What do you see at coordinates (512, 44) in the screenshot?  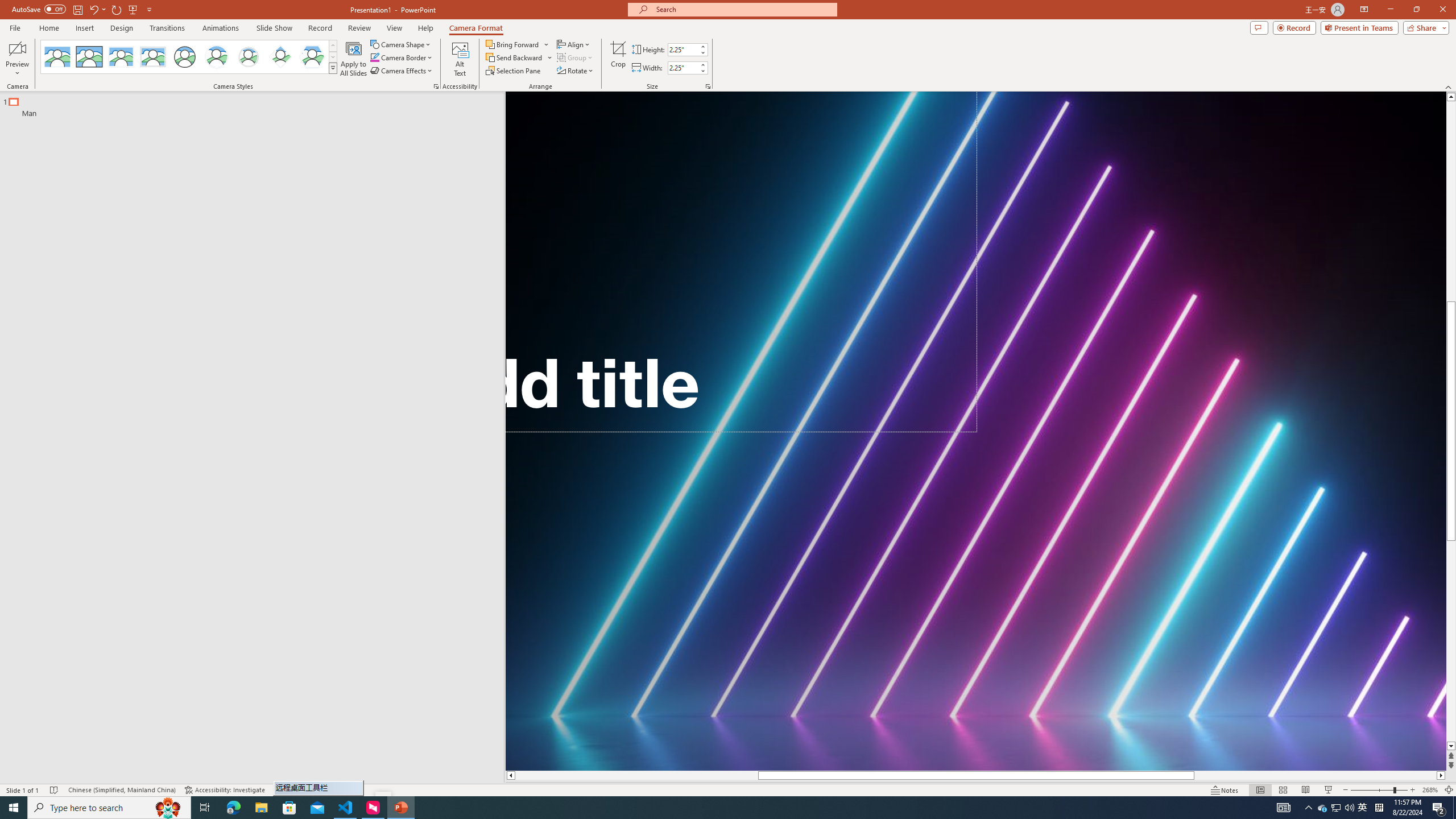 I see `'Bring Forward'` at bounding box center [512, 44].